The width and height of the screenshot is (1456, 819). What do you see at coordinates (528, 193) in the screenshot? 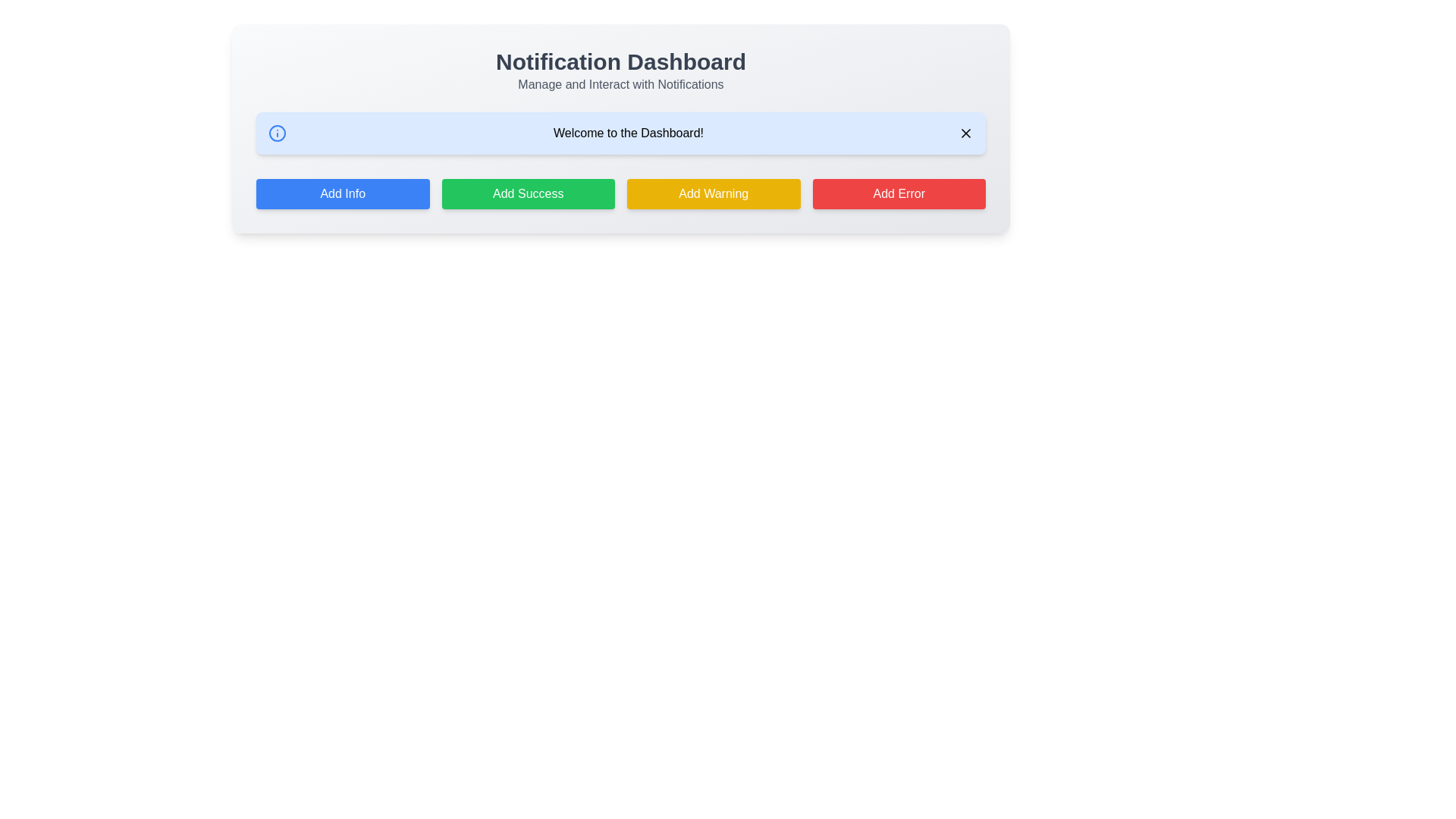
I see `the green 'Add Success' button, which is the second button in a row of four, featuring rounded corners and white text` at bounding box center [528, 193].